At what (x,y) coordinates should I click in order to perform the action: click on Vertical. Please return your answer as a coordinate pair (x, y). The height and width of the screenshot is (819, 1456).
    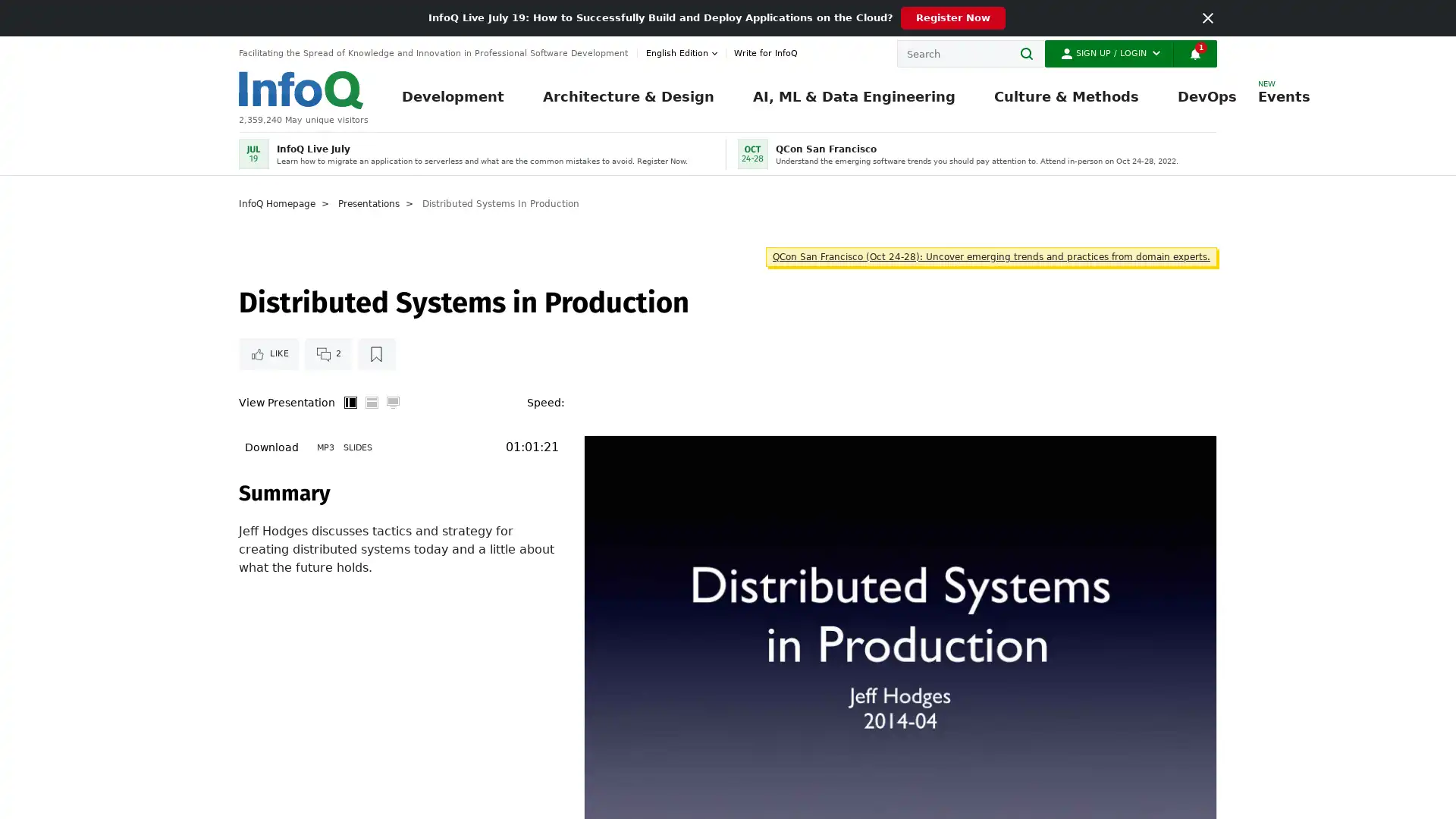
    Looking at the image, I should click on (349, 422).